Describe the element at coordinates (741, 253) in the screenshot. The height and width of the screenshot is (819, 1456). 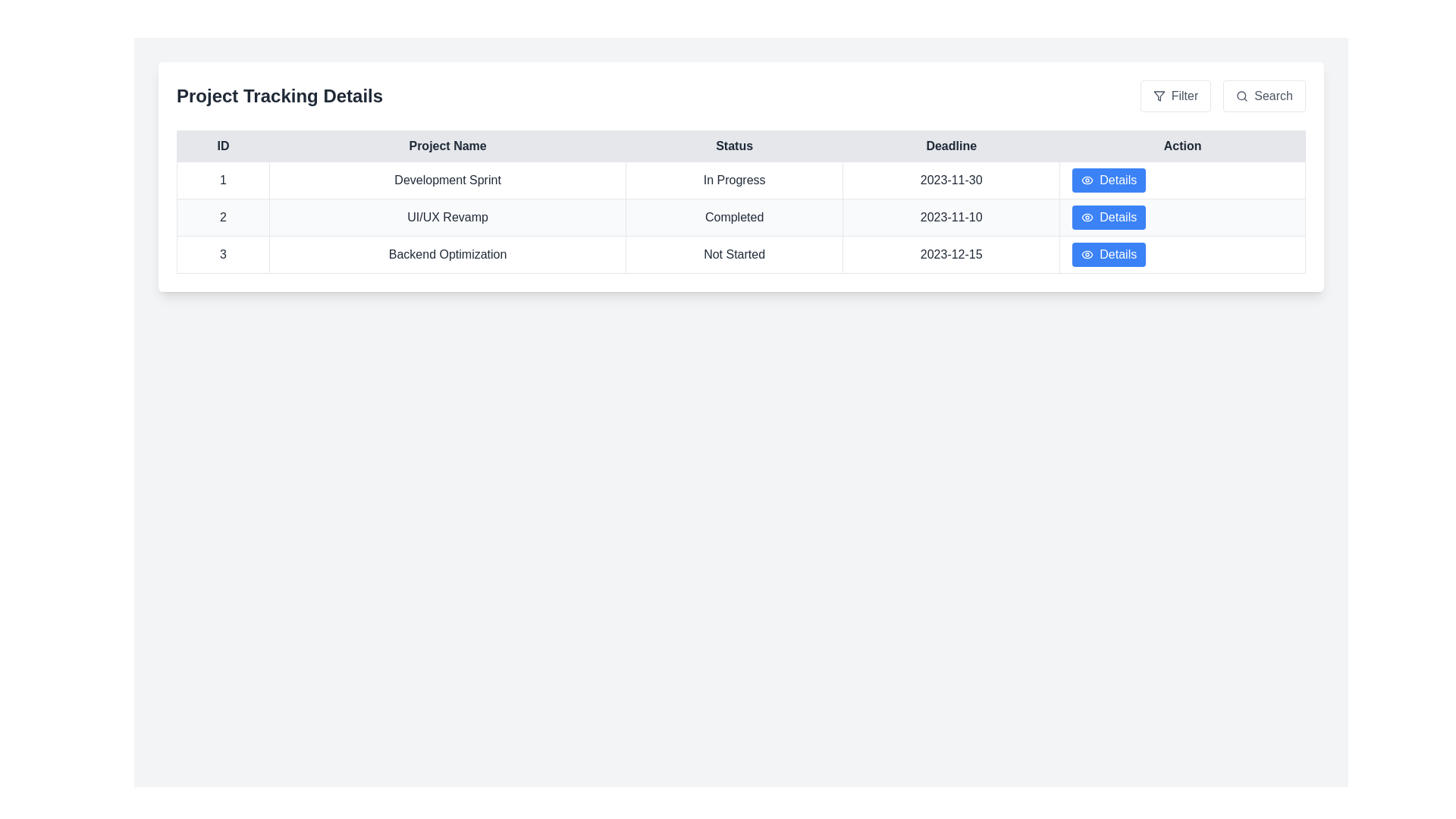
I see `information in the third row of the project tracking table, which contains details about the project 'Backend Optimization'` at that location.